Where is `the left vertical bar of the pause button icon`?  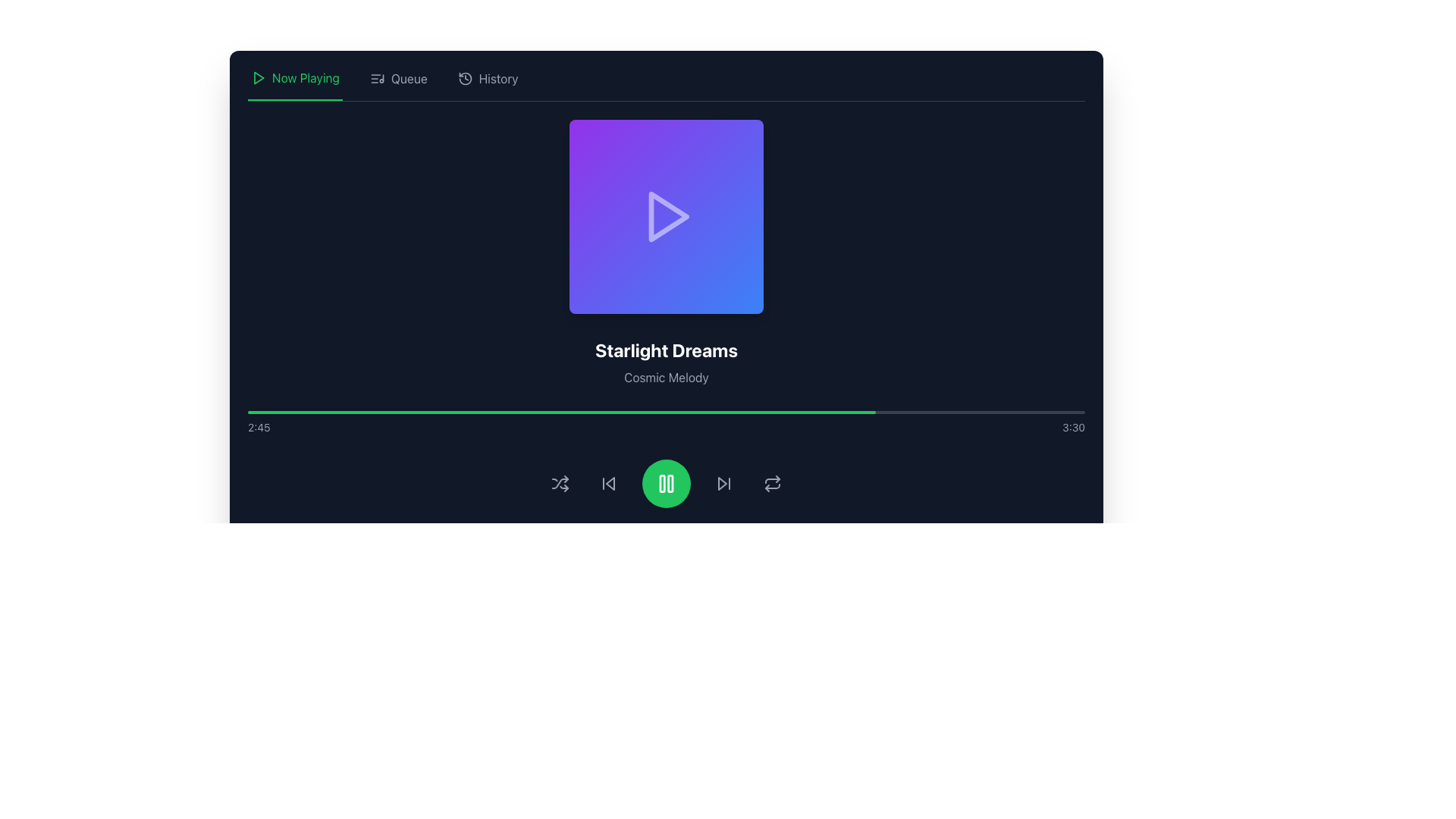 the left vertical bar of the pause button icon is located at coordinates (662, 483).